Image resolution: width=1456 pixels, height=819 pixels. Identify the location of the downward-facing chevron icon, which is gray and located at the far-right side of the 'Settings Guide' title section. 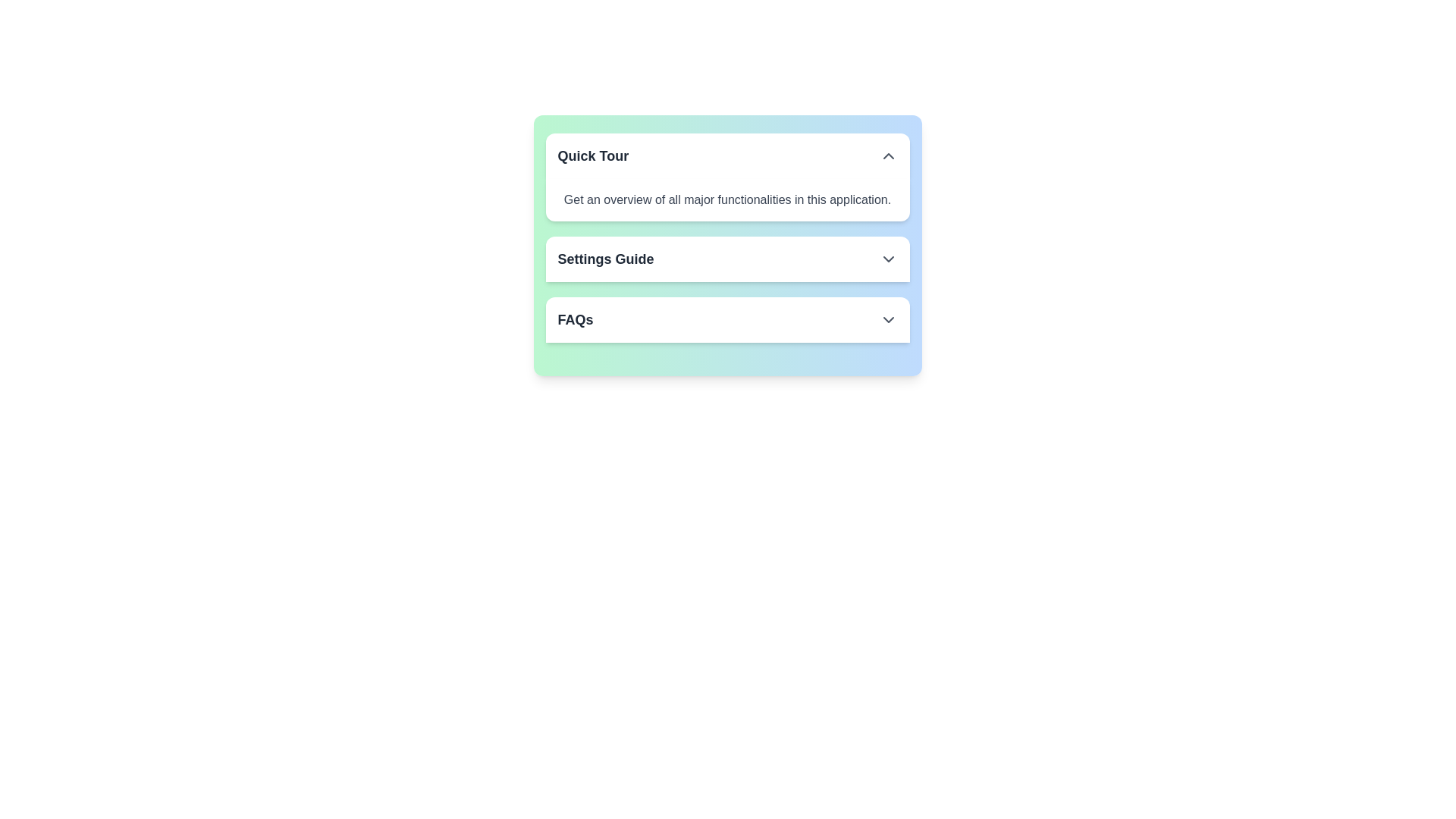
(888, 259).